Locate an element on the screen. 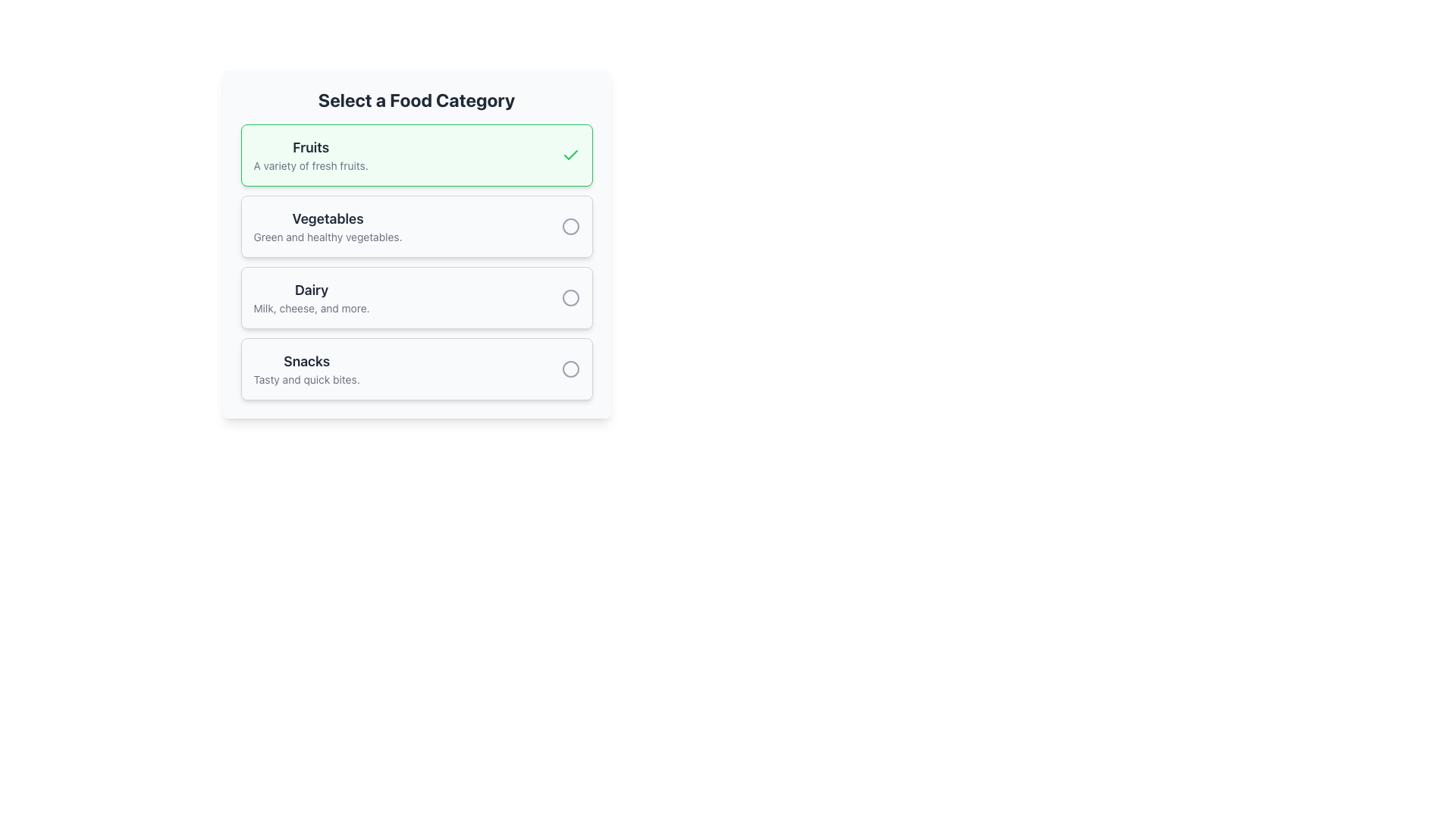 Image resolution: width=1456 pixels, height=819 pixels. the title text of the 'Vegetables' food category card, which is located above the description 'Green and healthy vegetables' in the second card of the food categories list is located at coordinates (327, 219).